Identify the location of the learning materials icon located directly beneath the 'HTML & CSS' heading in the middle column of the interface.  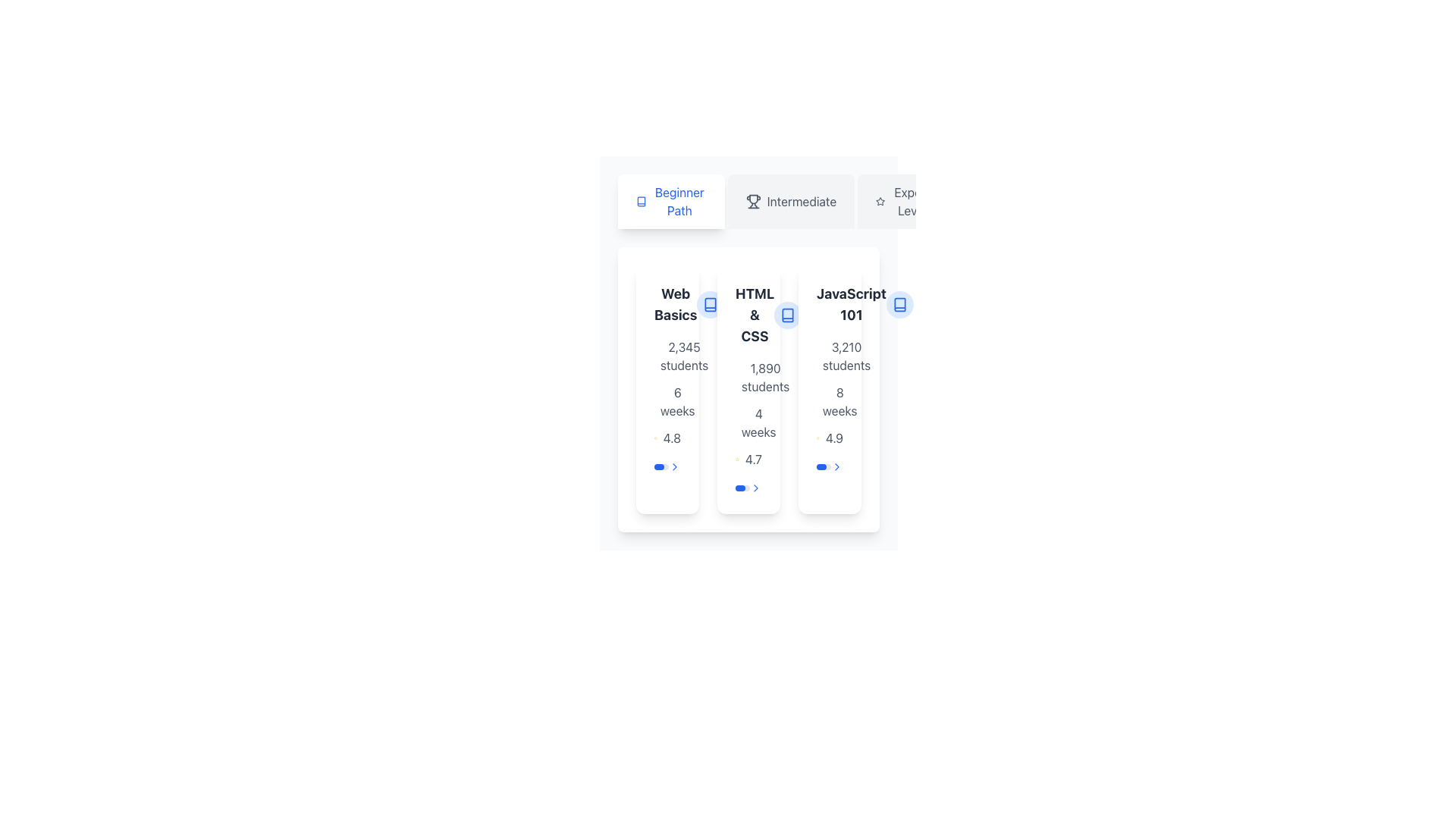
(788, 315).